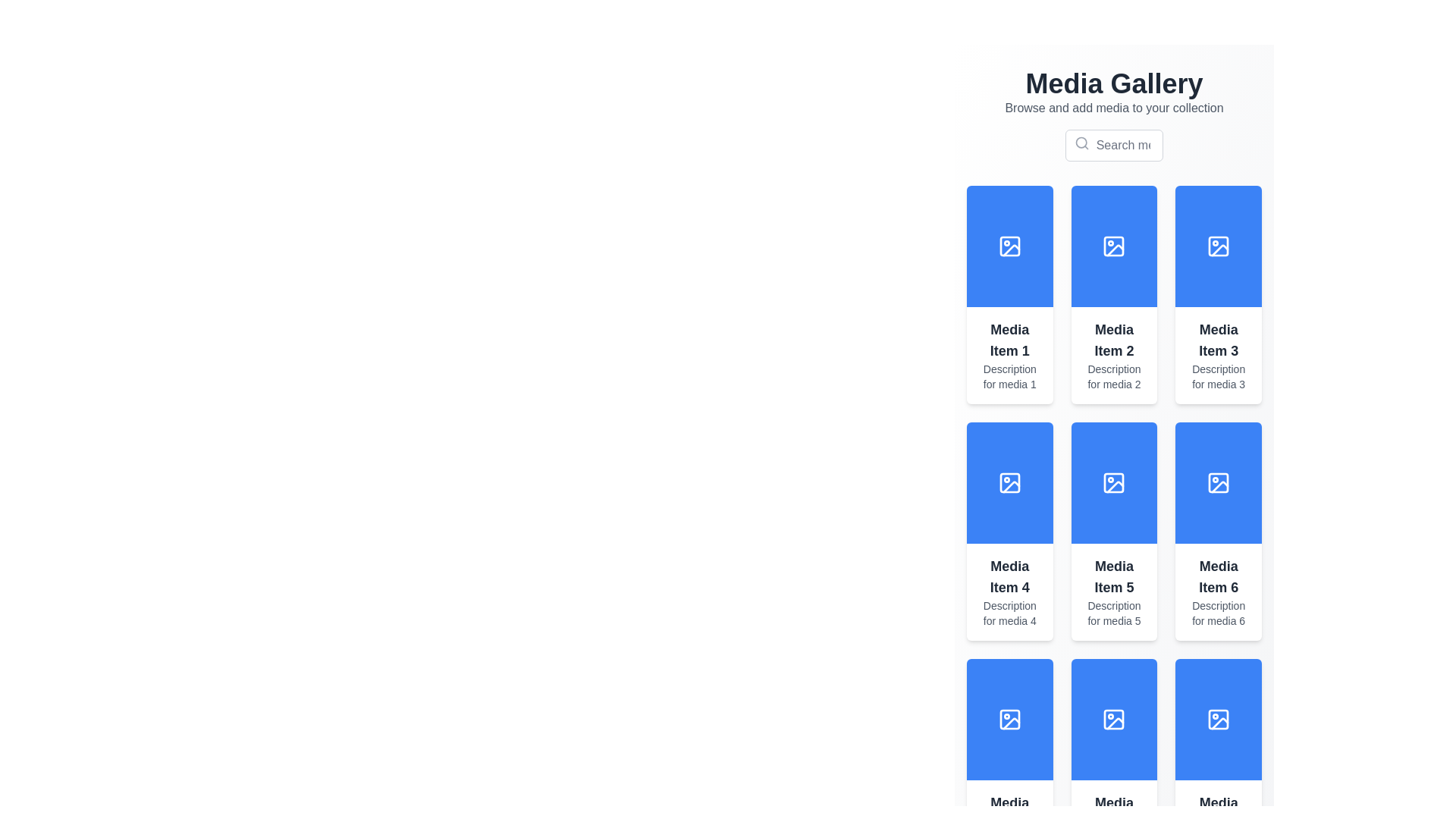  Describe the element at coordinates (1009, 591) in the screenshot. I see `the text block titled 'Media Item 4' within the card layout` at that location.